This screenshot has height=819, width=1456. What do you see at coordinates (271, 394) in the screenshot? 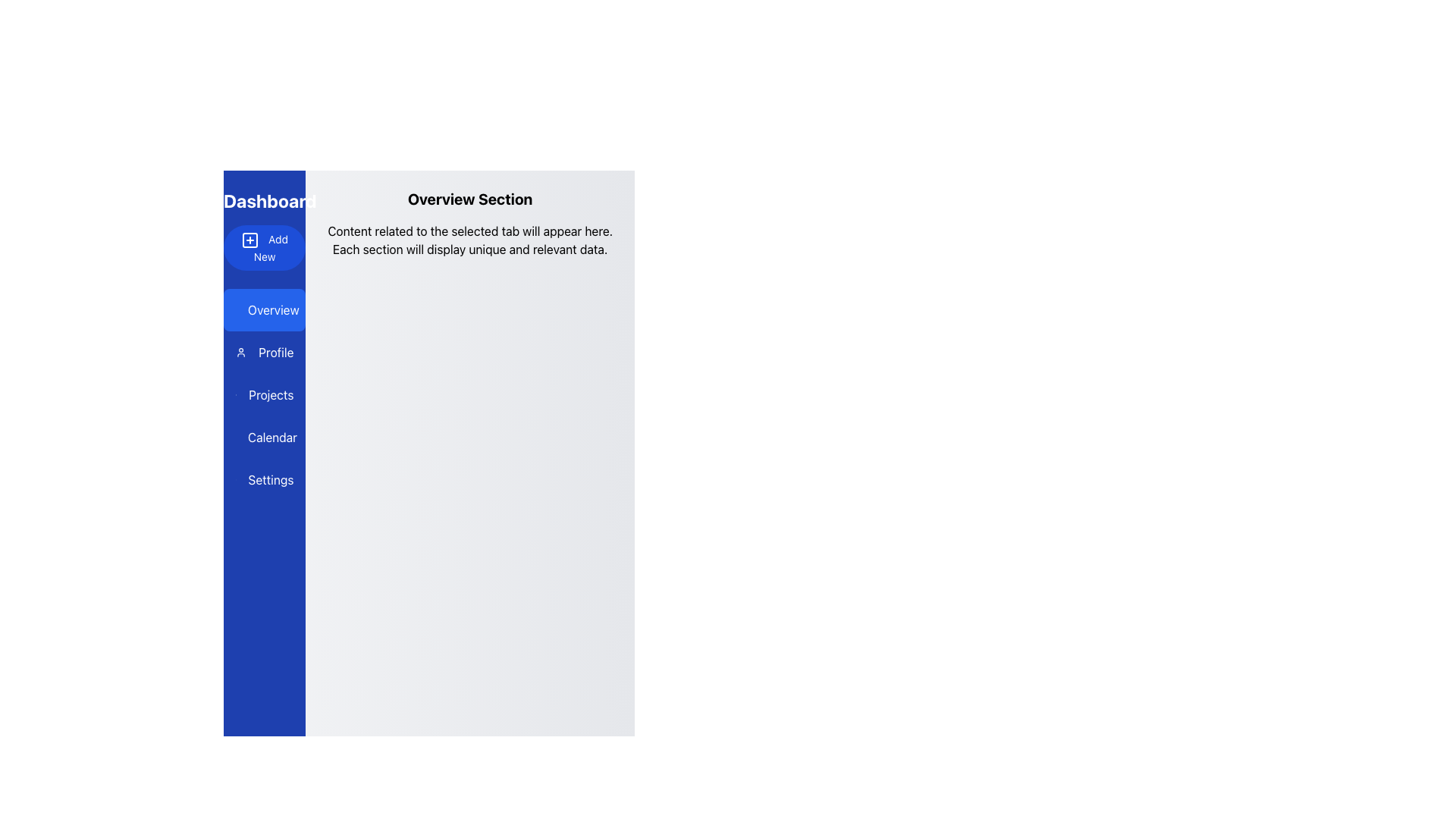
I see `the 'Projects' text label, which is a white label on a bold blue background in the vertical navigation menu` at bounding box center [271, 394].